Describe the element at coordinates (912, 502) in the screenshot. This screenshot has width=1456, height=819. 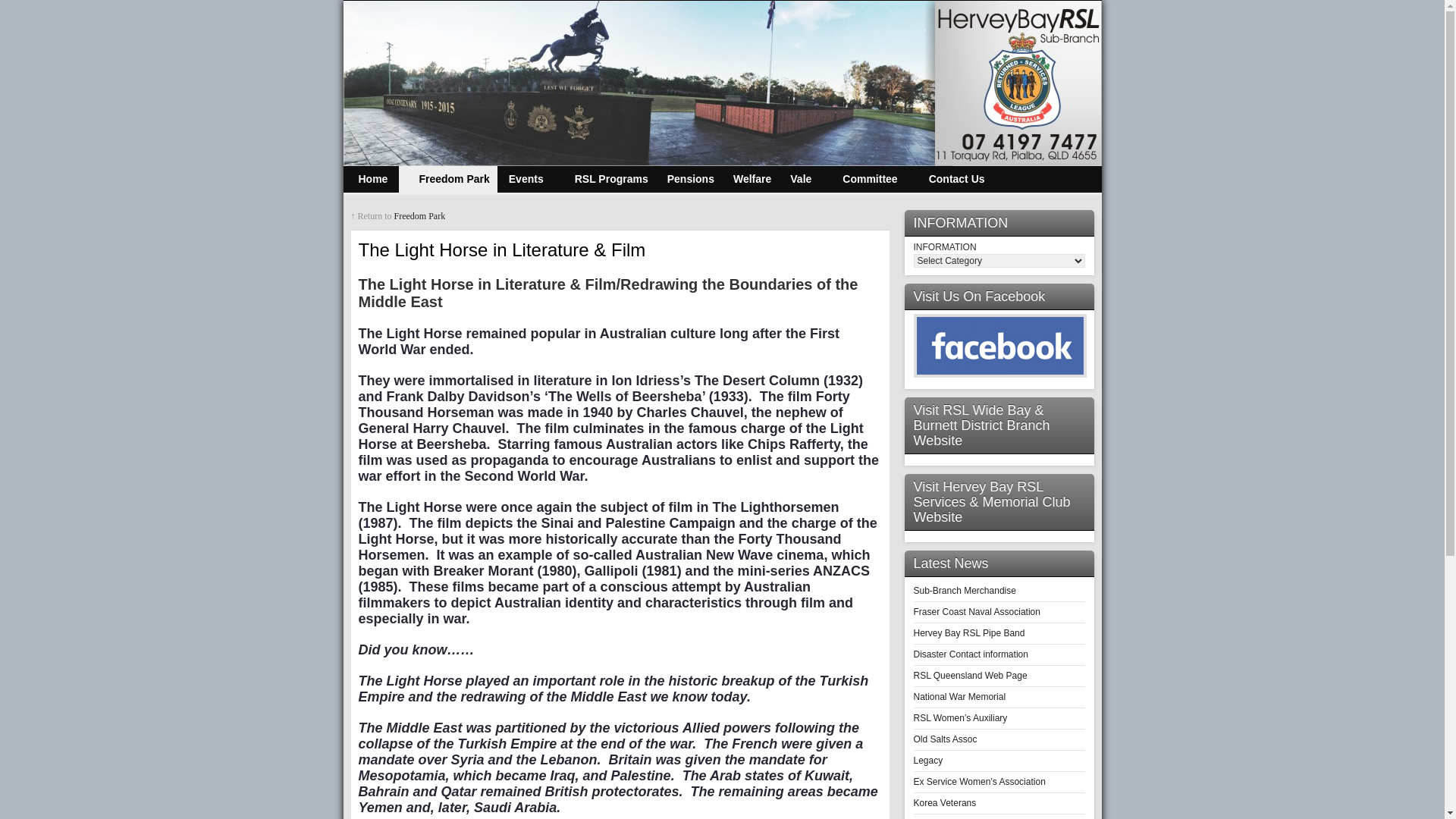
I see `'Visit Hervey Bay RSL Services & Memorial Club Website'` at that location.